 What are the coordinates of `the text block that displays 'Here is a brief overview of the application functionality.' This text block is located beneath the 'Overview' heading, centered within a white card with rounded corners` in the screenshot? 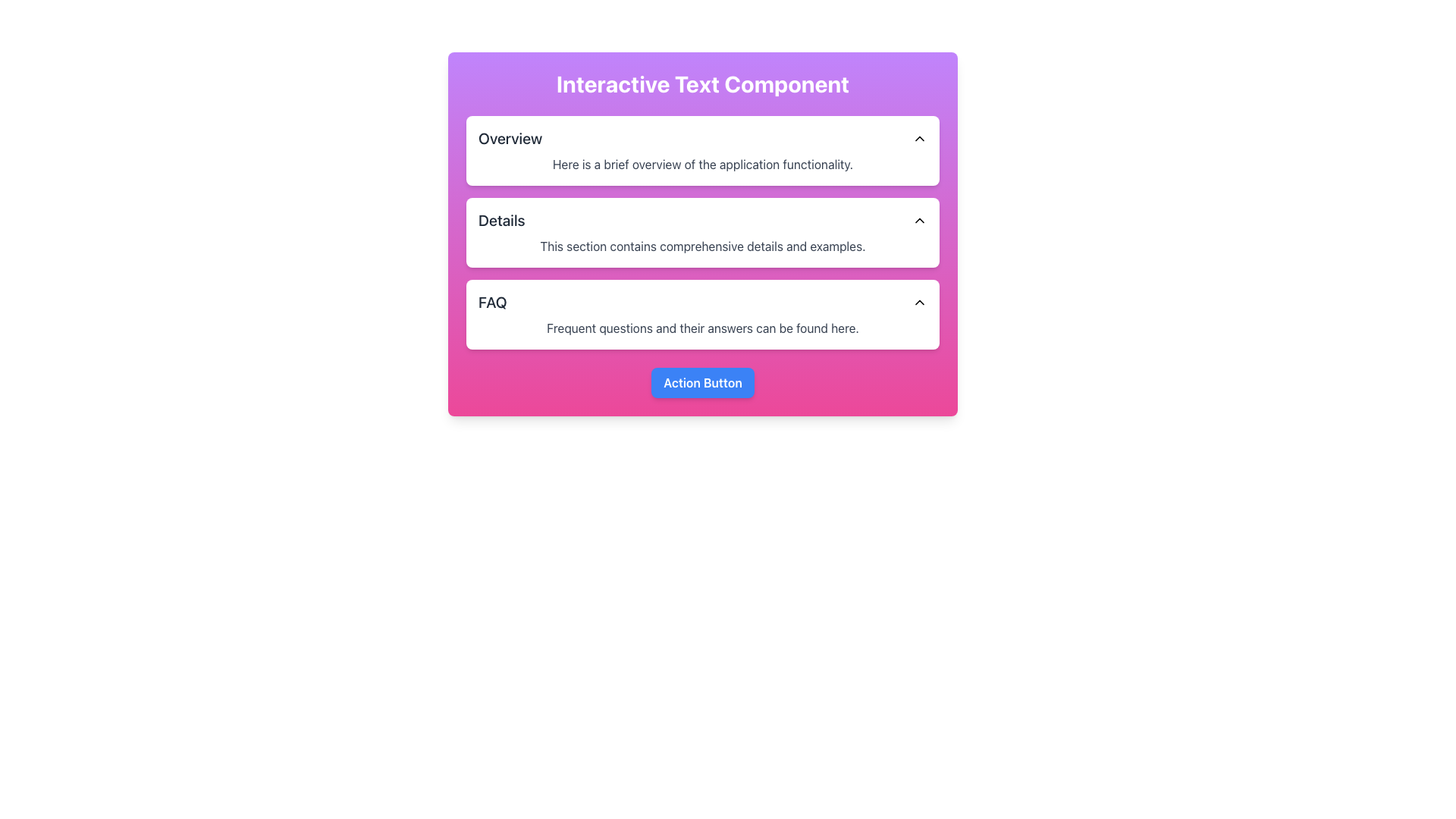 It's located at (701, 164).